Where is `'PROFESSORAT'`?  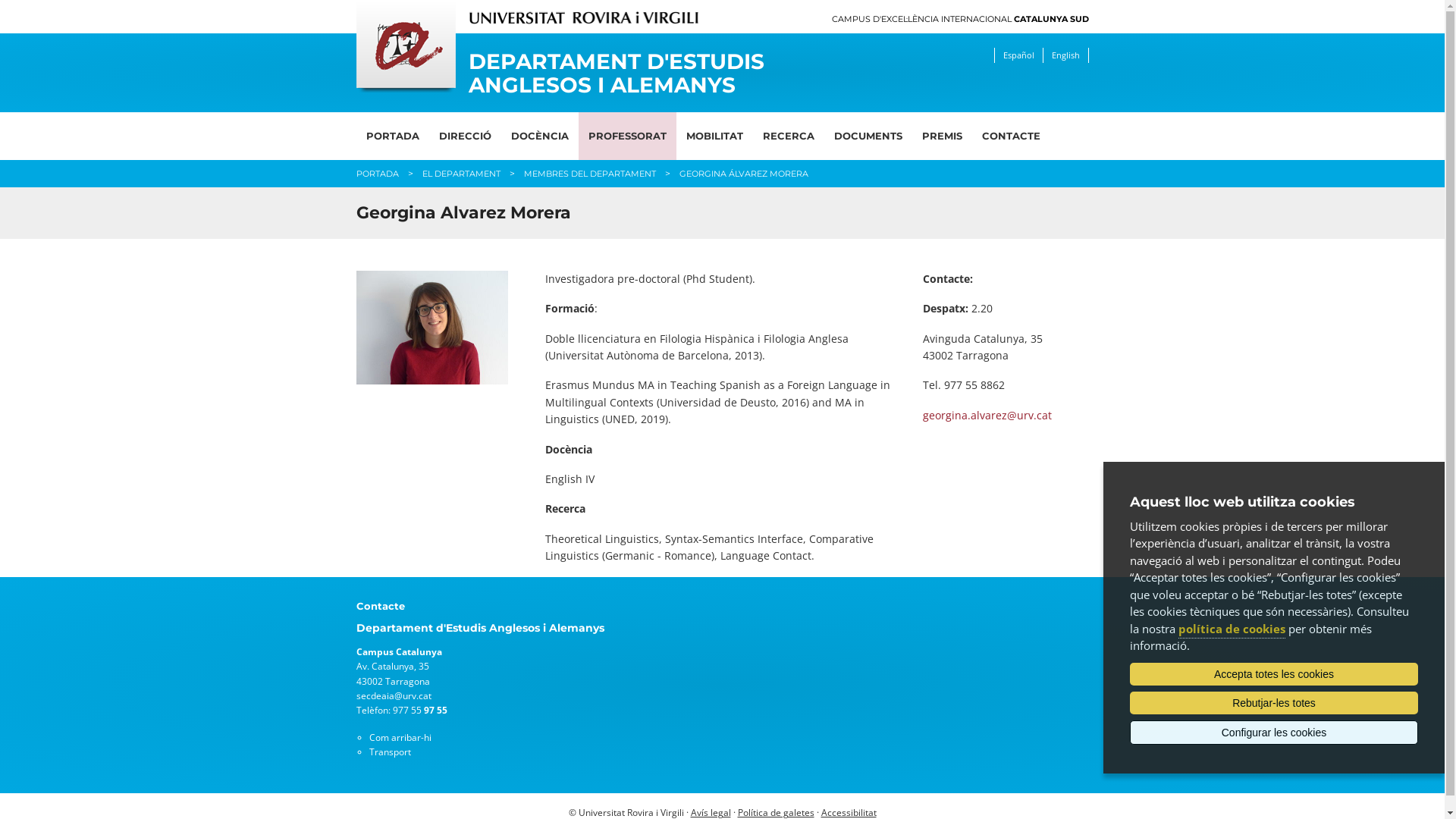
'PROFESSORAT' is located at coordinates (626, 135).